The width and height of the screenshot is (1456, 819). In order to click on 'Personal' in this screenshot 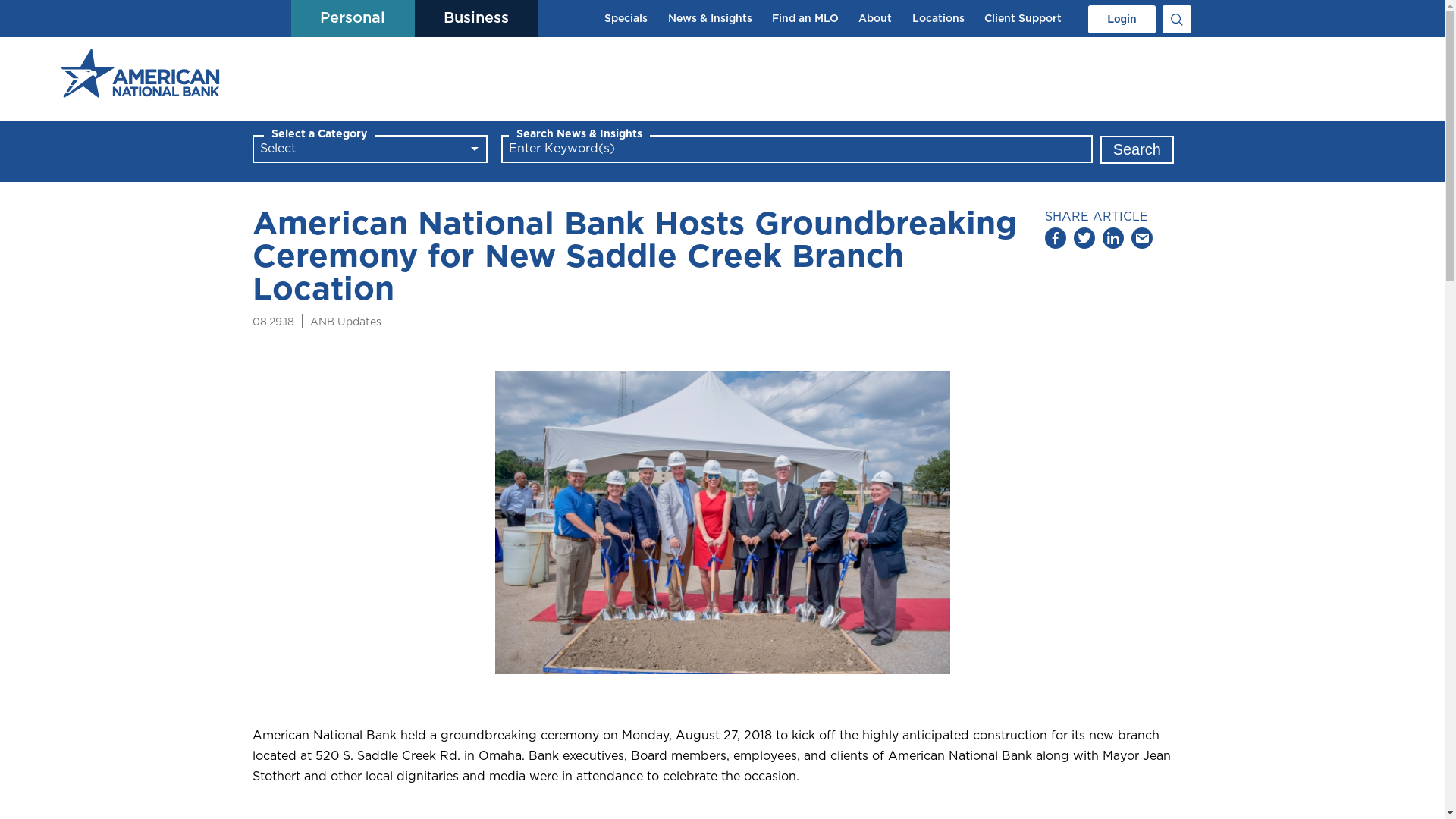, I will do `click(309, 18)`.